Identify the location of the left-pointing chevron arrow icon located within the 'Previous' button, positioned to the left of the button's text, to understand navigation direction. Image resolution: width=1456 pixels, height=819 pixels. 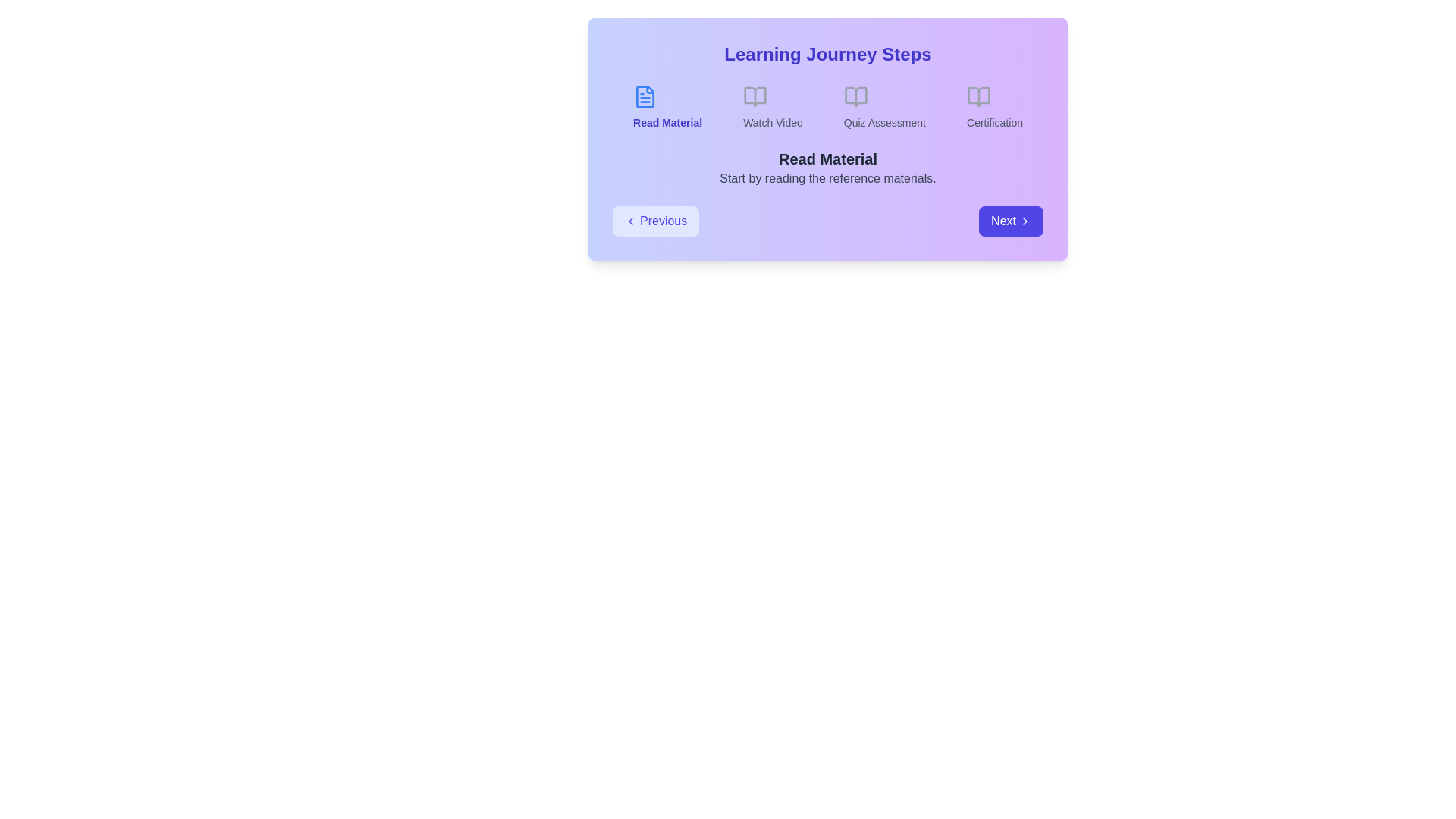
(630, 221).